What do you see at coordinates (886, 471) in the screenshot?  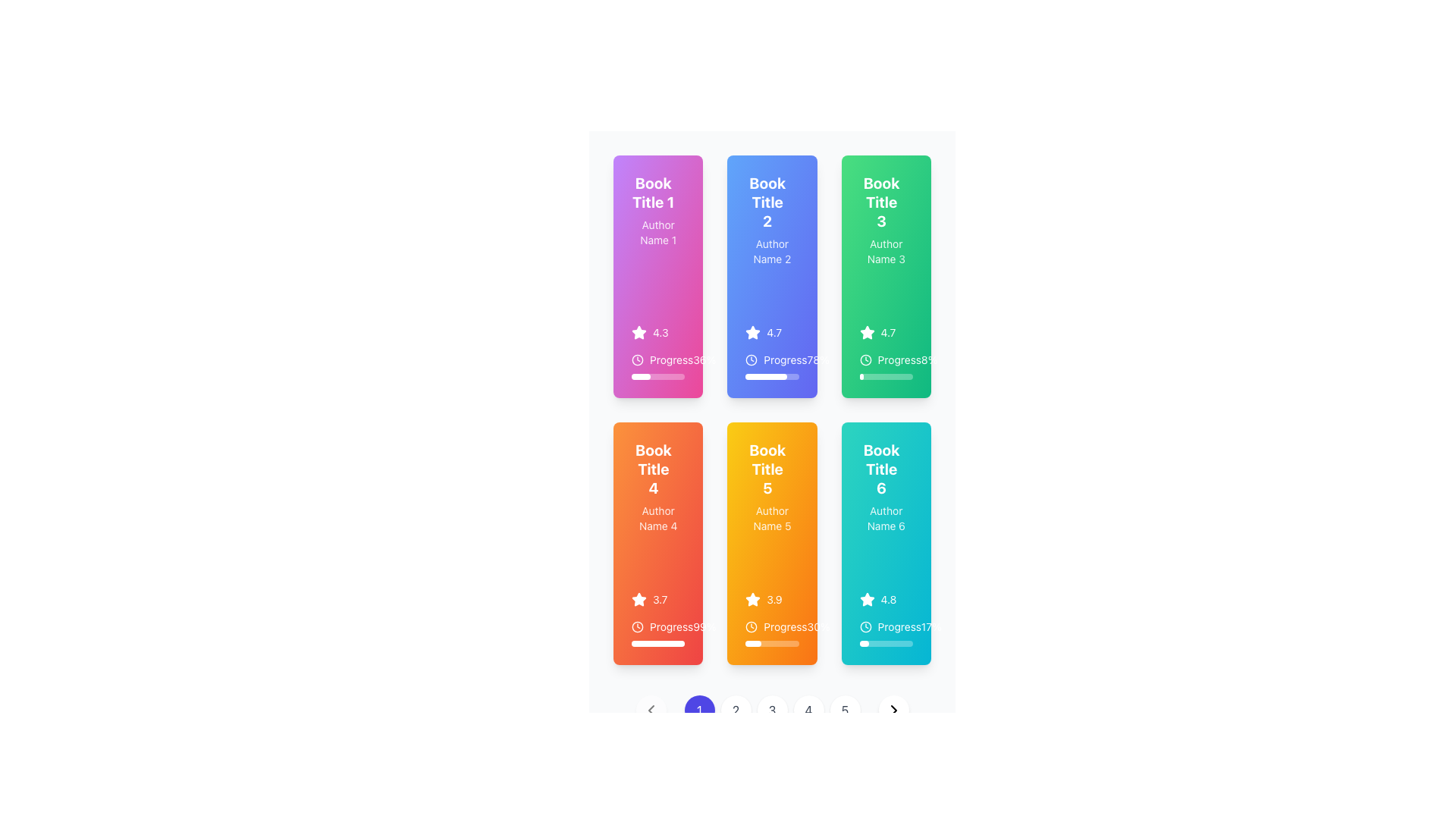 I see `the Text Label that indicates the name of the book within the 'Book Title 6' card, centrally placed near the top of the card in the third column of the second row` at bounding box center [886, 471].